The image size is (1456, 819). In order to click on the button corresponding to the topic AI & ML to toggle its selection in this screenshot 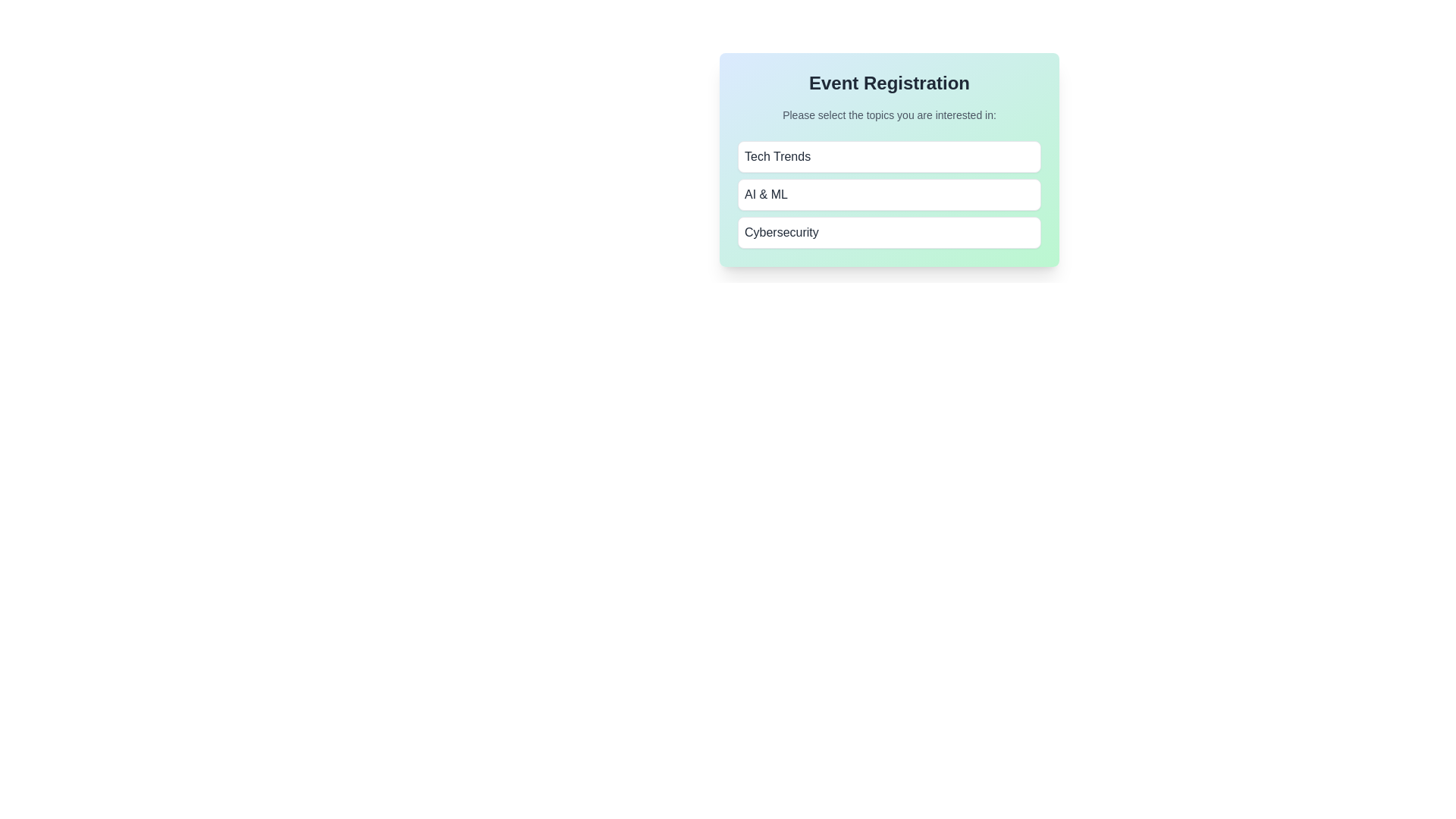, I will do `click(889, 194)`.